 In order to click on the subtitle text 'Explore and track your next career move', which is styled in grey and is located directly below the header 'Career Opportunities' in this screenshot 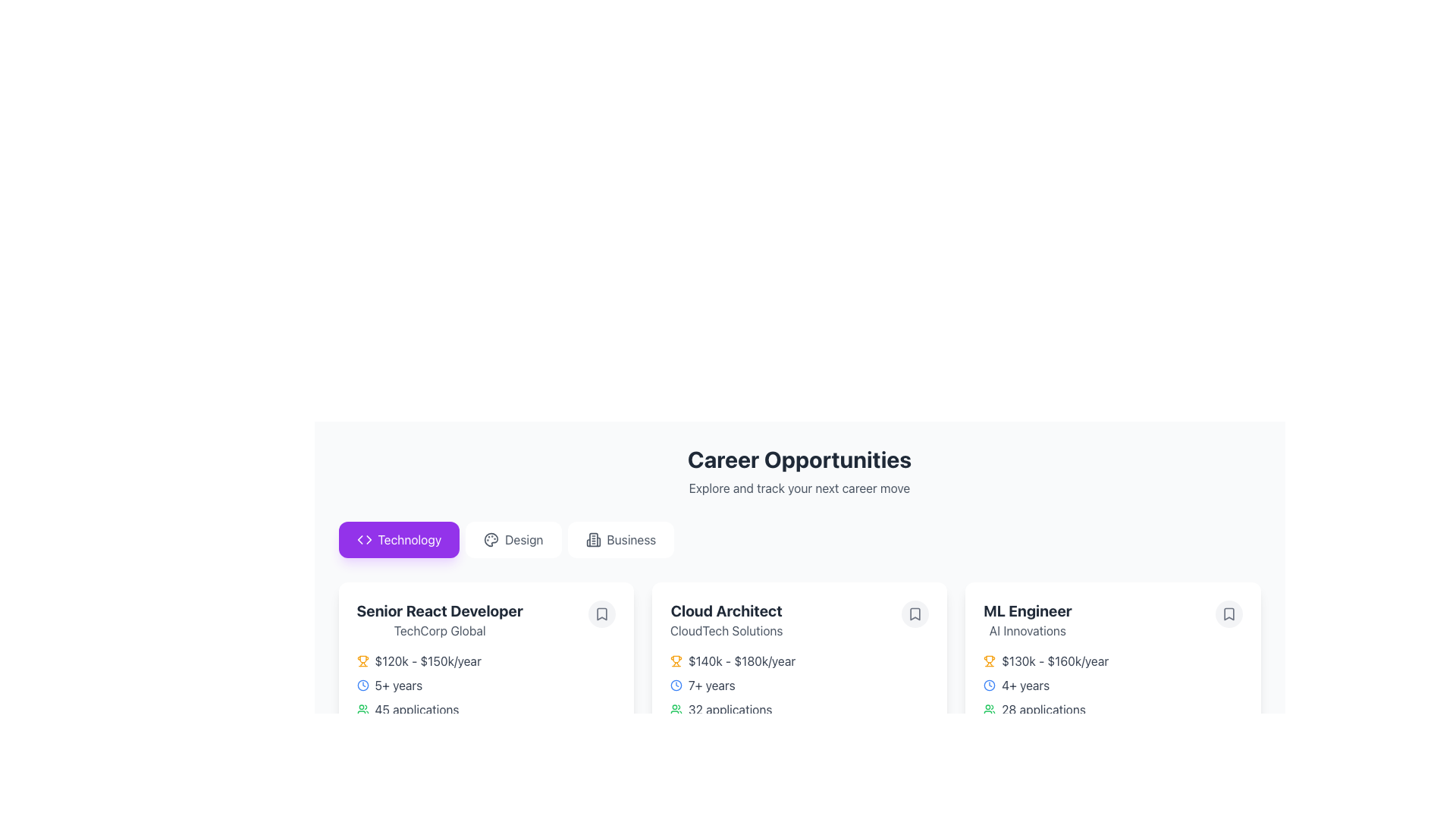, I will do `click(799, 488)`.